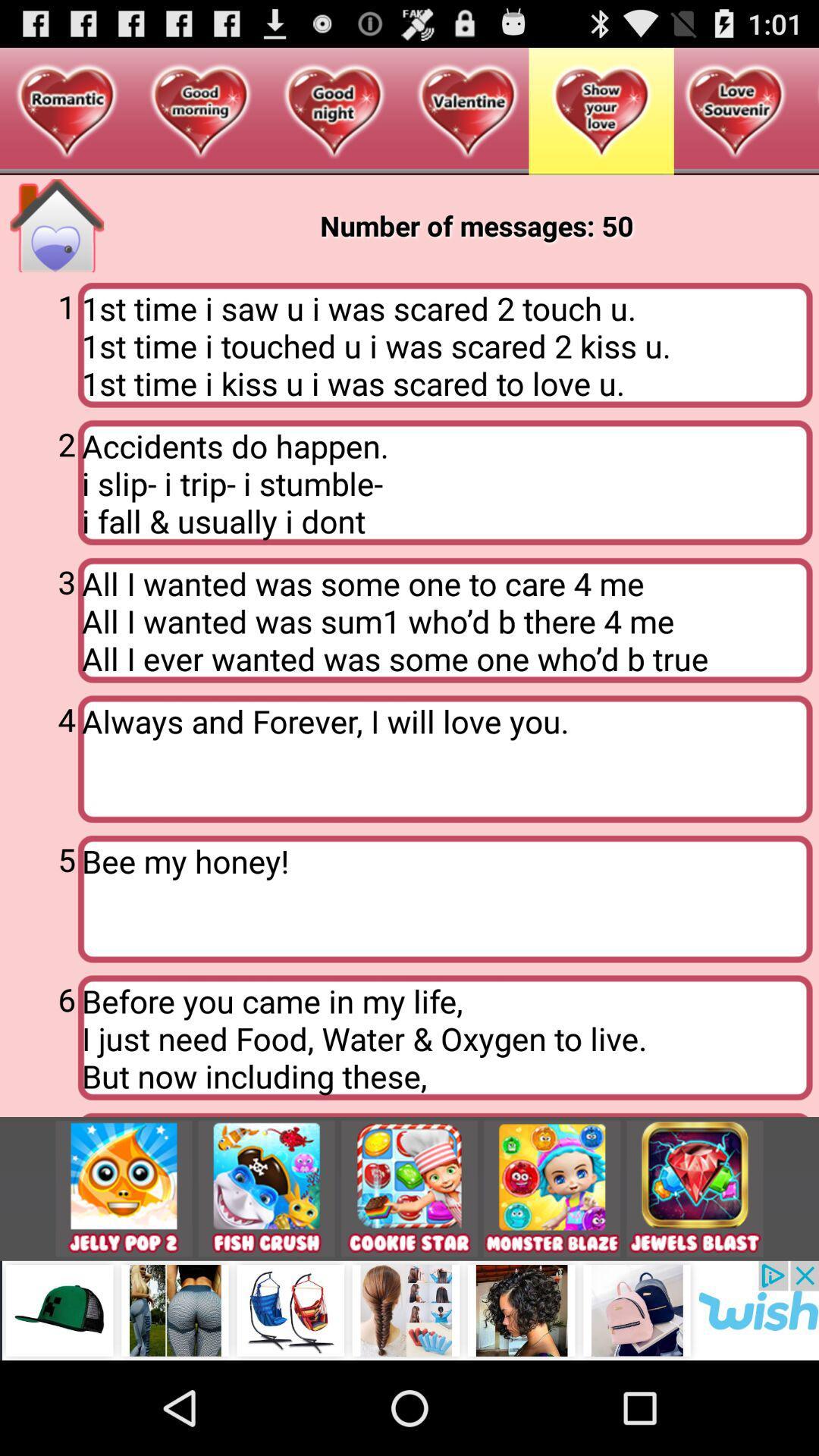  What do you see at coordinates (265, 1188) in the screenshot?
I see `open fish crush game` at bounding box center [265, 1188].